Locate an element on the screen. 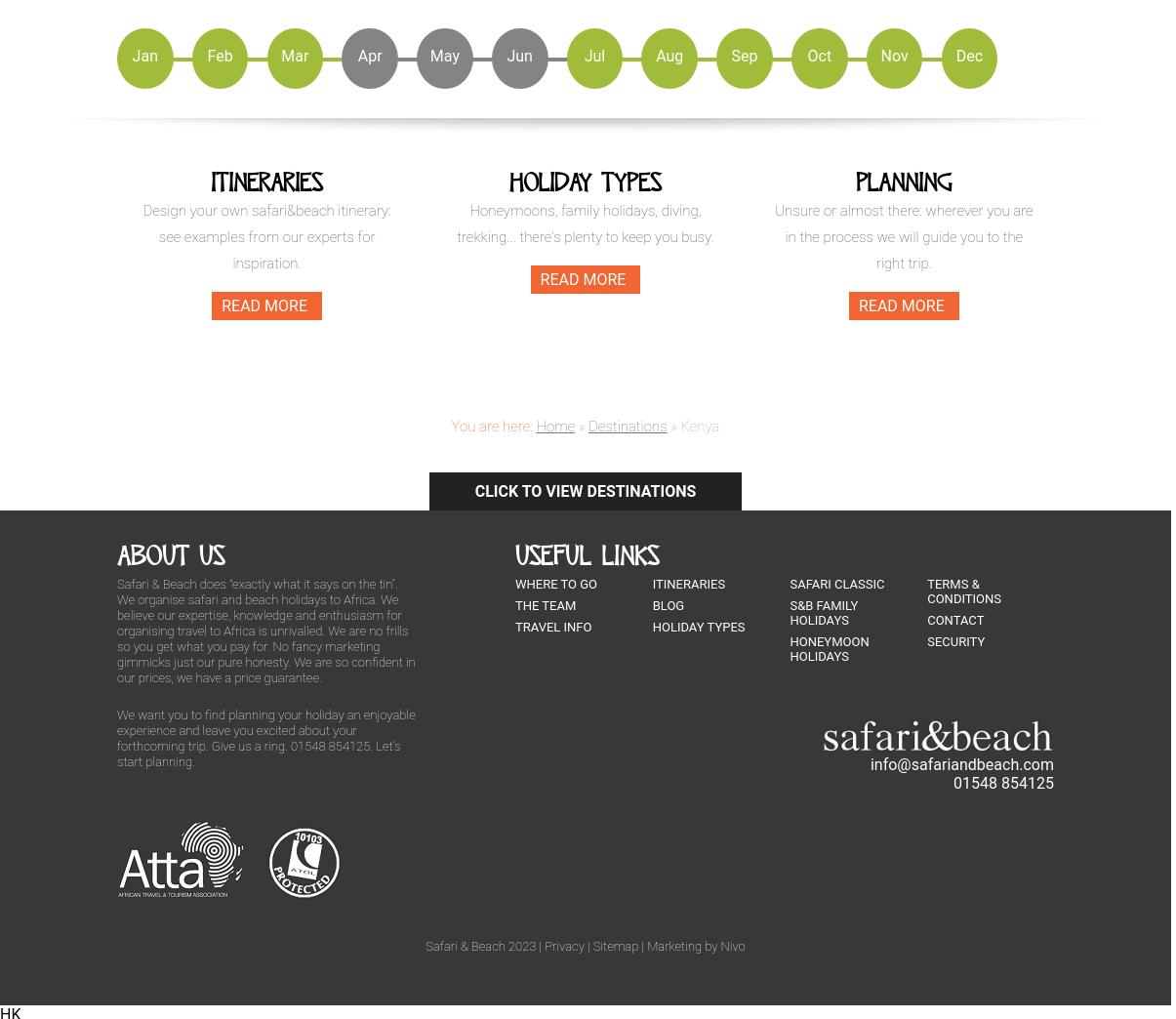 The height and width of the screenshot is (1019, 1176). 'Kenya' is located at coordinates (699, 424).